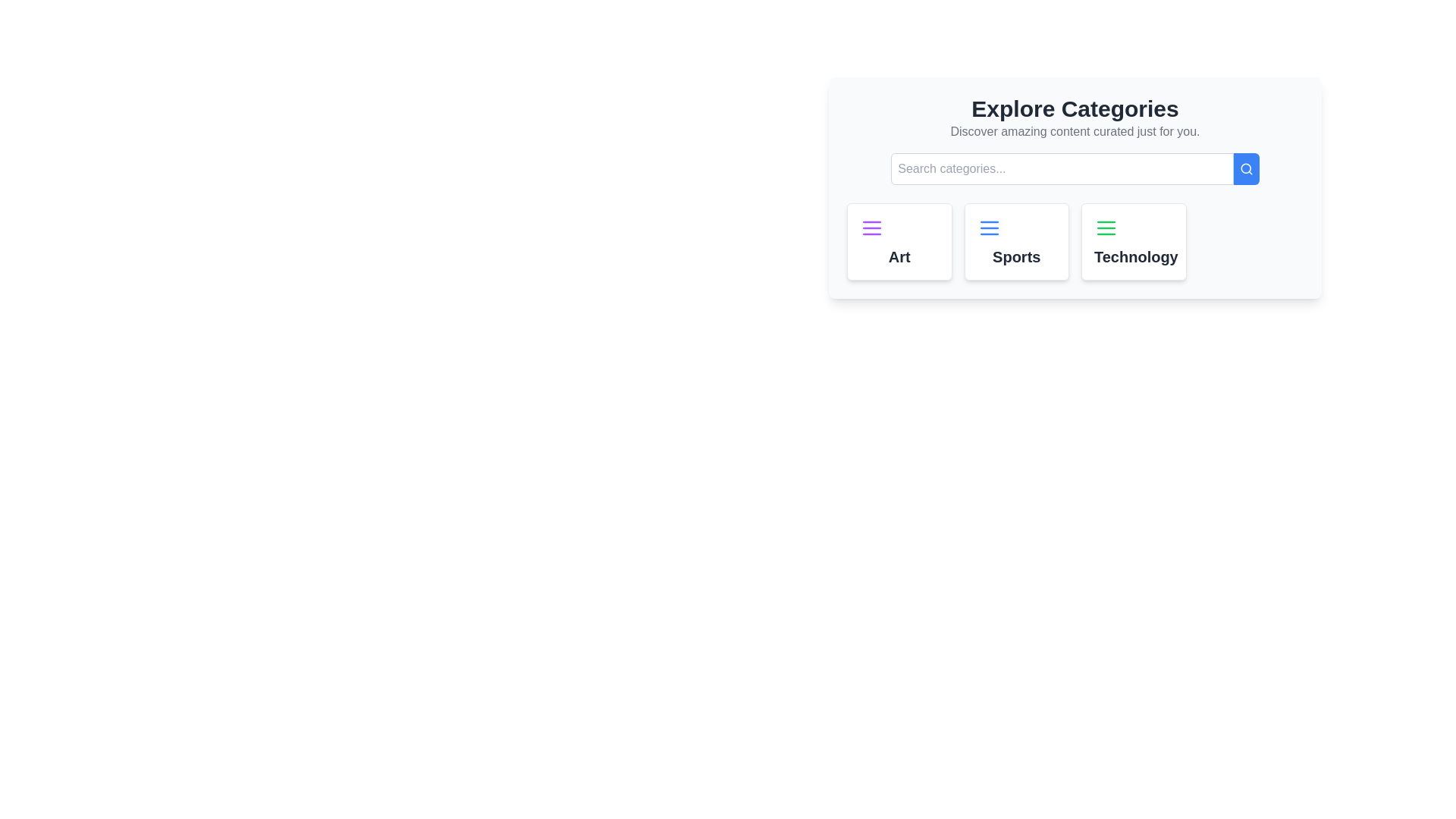 This screenshot has width=1456, height=819. Describe the element at coordinates (1246, 169) in the screenshot. I see `the magnifying glass icon located at the top-right corner of the search bar` at that location.